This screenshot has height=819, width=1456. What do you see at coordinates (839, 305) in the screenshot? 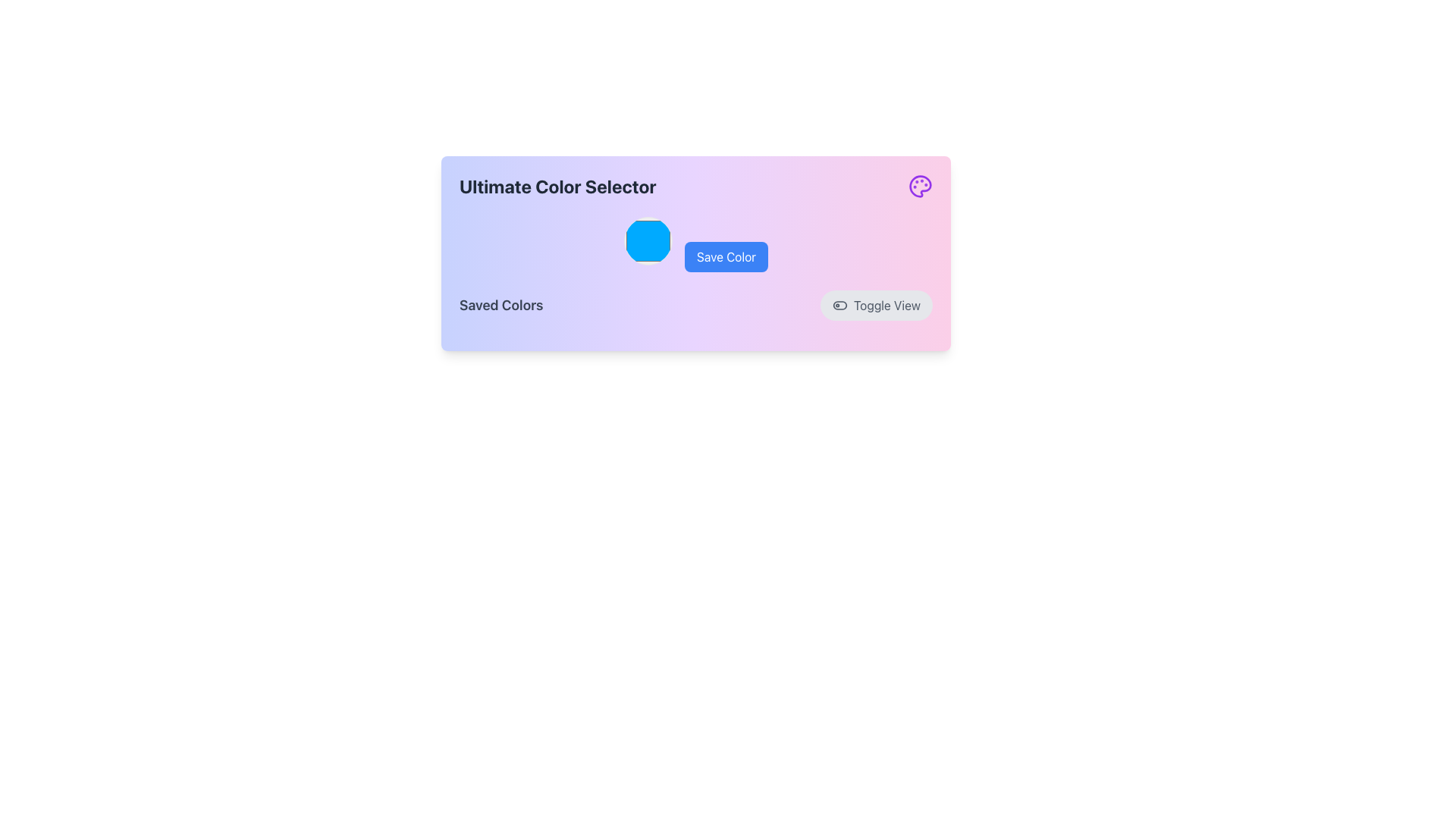
I see `the state of the toggle switch icon, which is a pill-shaped rectangle with a circular knob on the left side, located to the left of the 'Toggle View' button` at bounding box center [839, 305].